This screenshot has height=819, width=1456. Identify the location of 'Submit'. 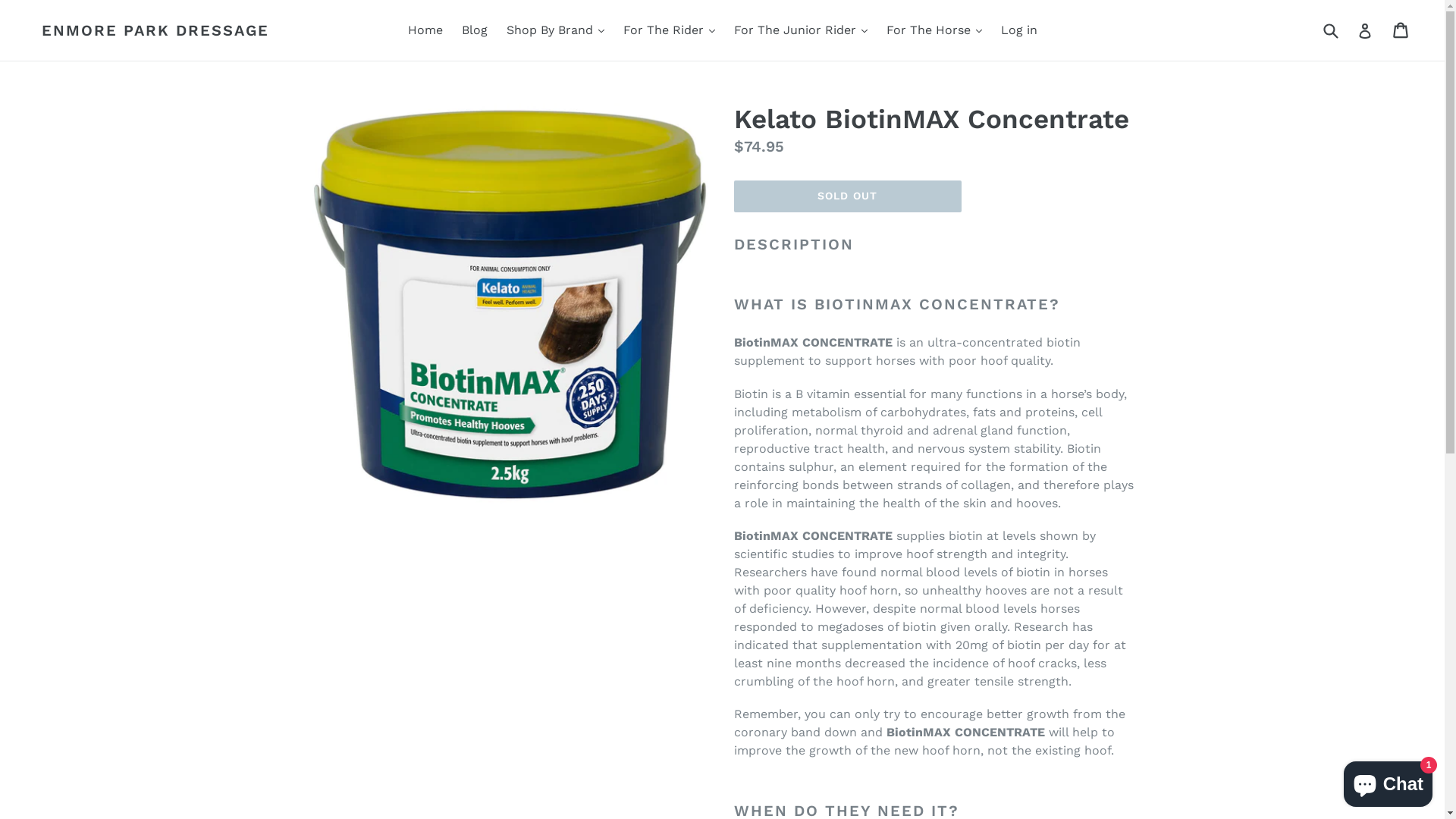
(1329, 30).